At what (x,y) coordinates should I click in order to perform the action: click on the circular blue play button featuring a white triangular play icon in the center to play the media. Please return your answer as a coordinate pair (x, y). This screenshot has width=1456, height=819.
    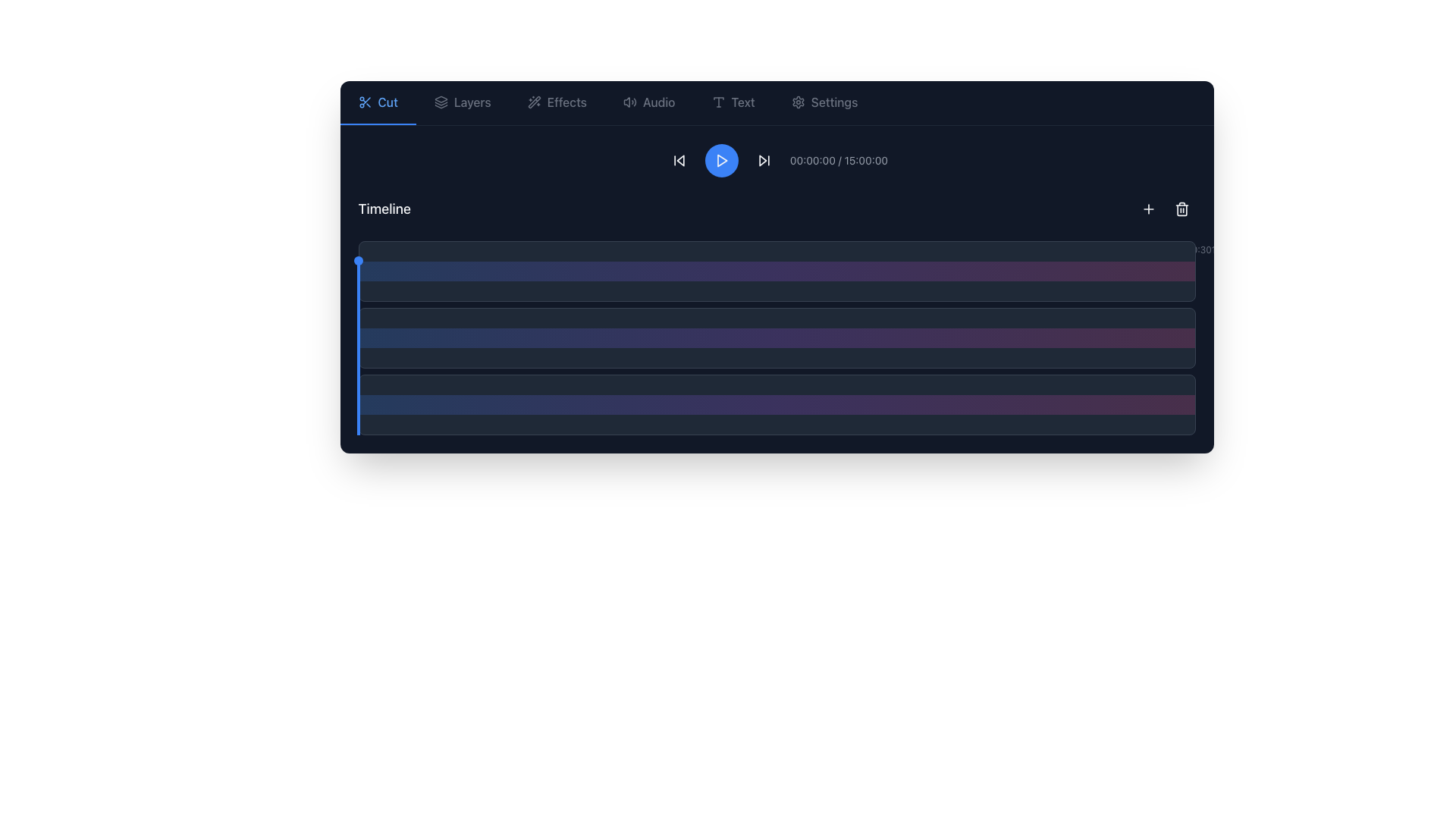
    Looking at the image, I should click on (720, 161).